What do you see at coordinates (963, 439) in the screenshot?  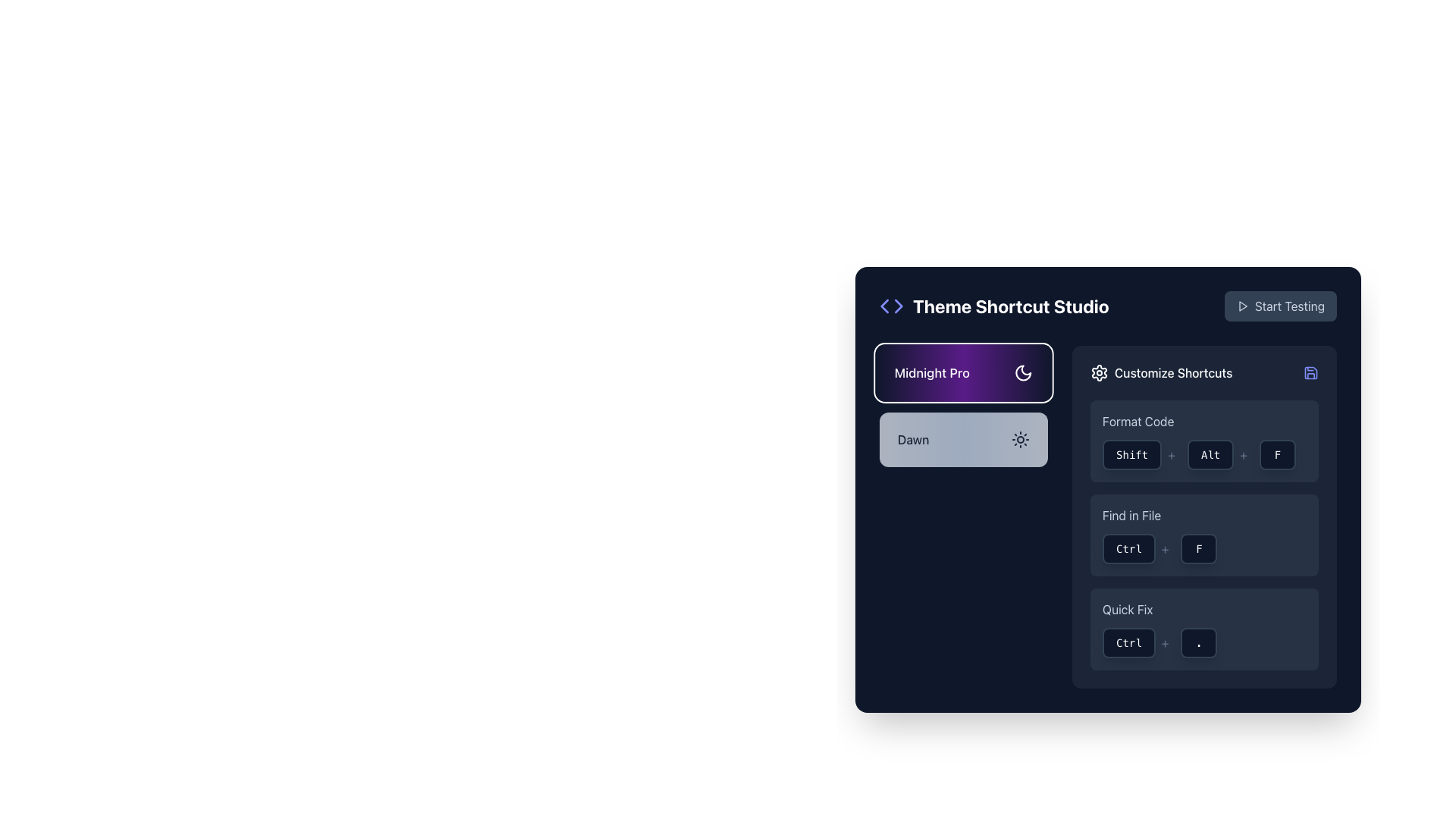 I see `the 'Dawn' theme selector option, which is located below the 'Midnight Pro' selector in the theme selector section` at bounding box center [963, 439].